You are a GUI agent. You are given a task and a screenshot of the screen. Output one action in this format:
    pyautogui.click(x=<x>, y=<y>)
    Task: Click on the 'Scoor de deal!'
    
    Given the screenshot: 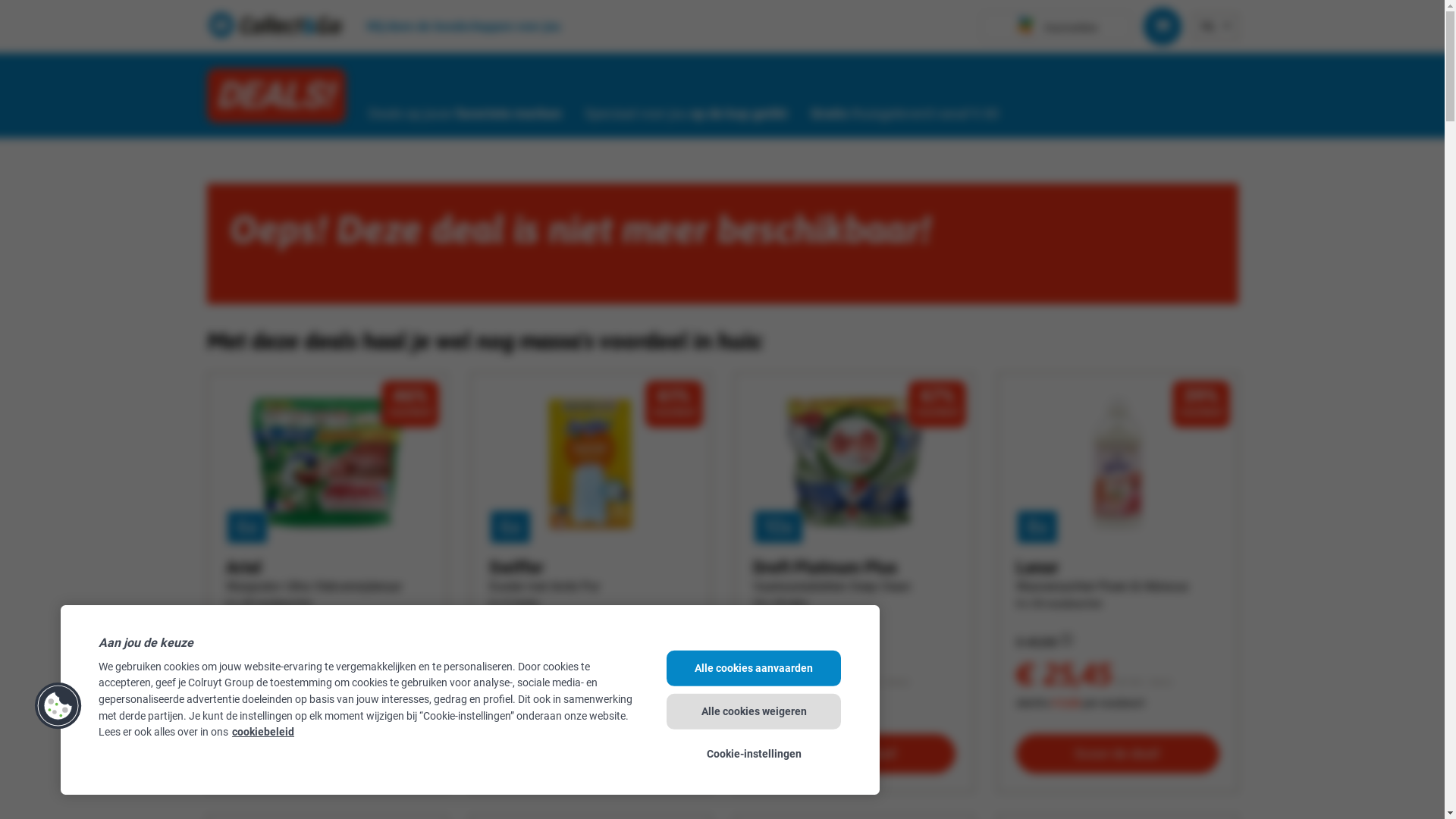 What is the action you would take?
    pyautogui.click(x=327, y=754)
    